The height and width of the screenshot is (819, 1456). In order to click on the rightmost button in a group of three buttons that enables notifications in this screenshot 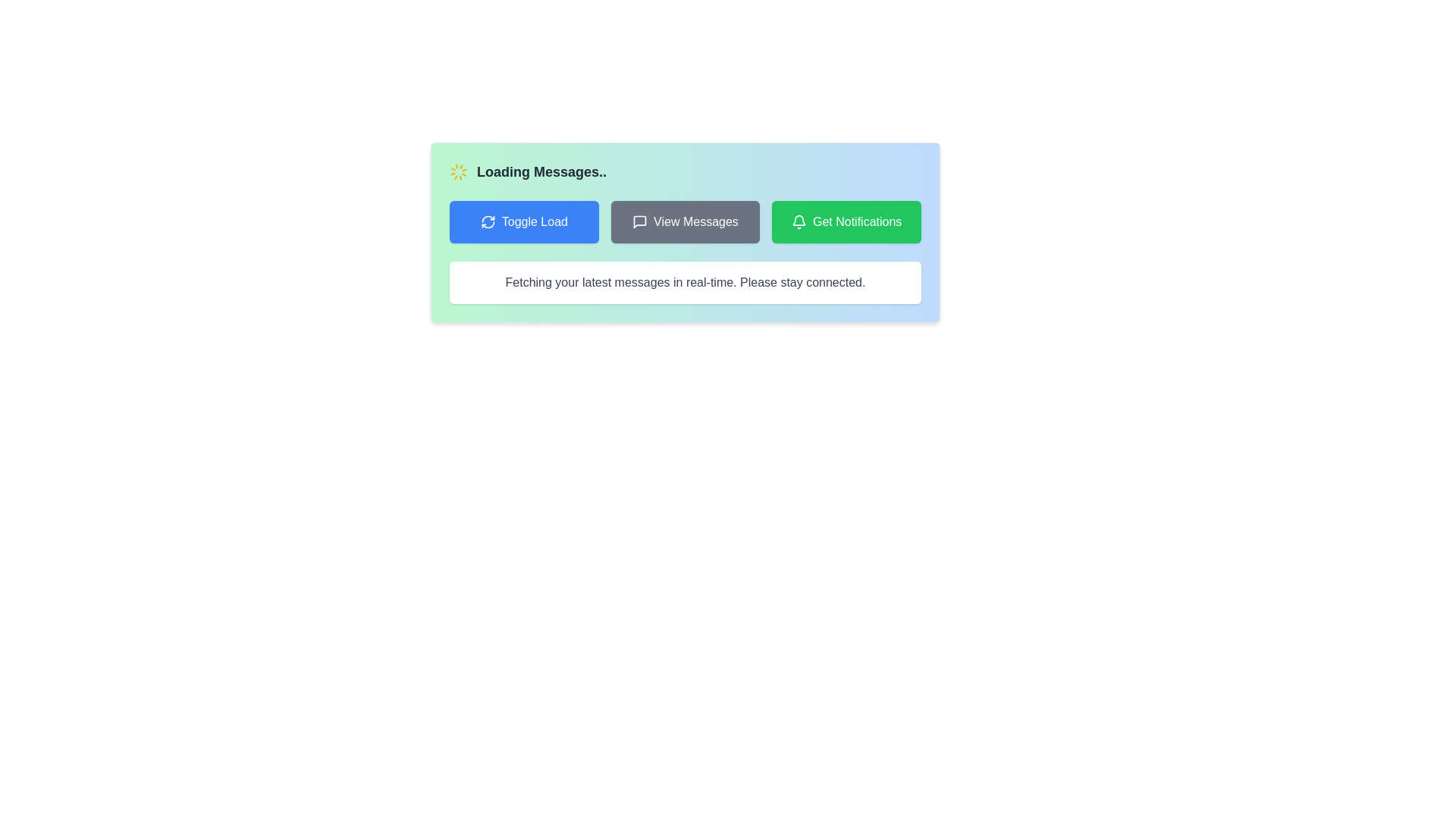, I will do `click(846, 222)`.